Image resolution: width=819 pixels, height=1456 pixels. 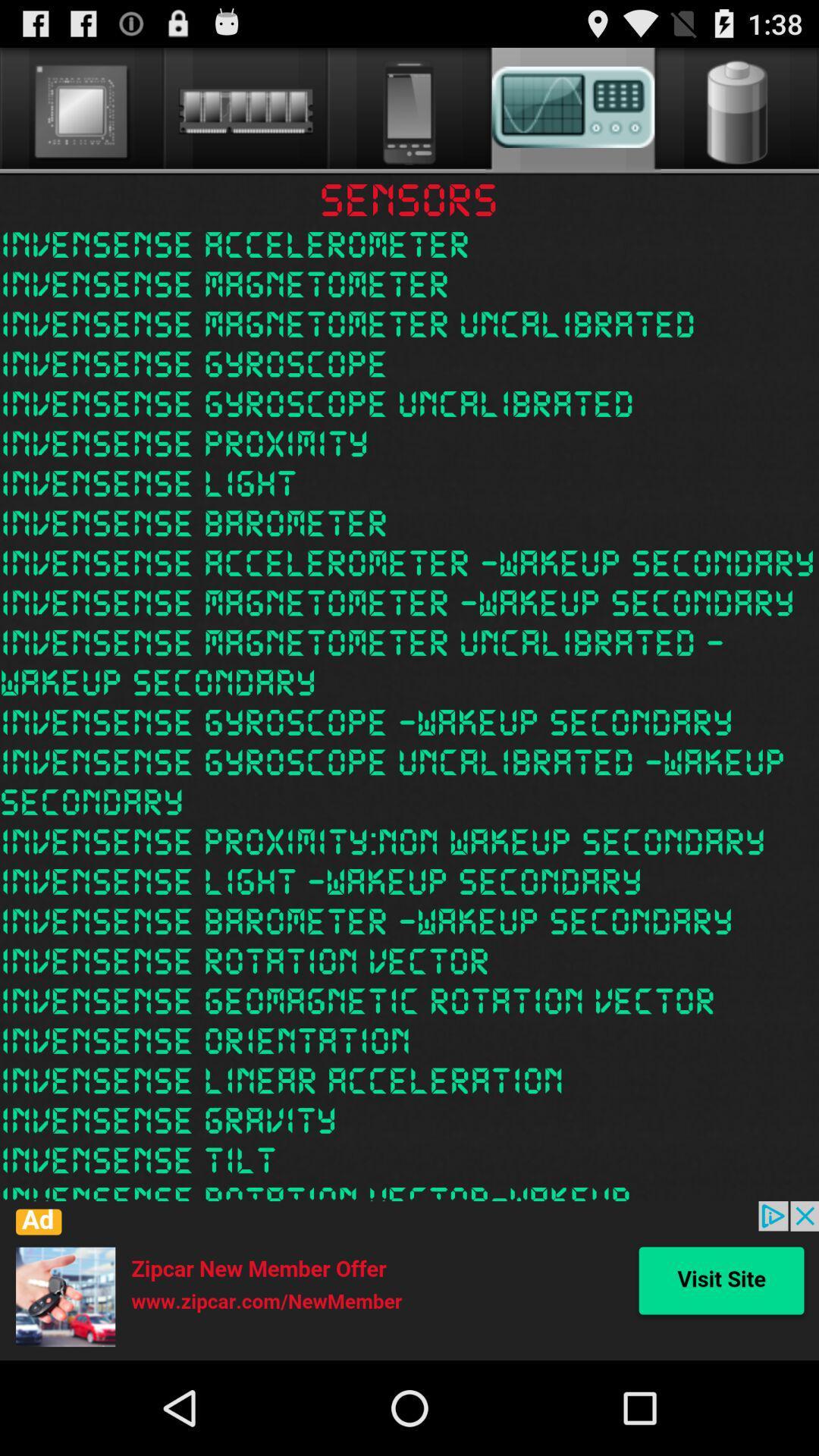 What do you see at coordinates (409, 1280) in the screenshot?
I see `advertising advertisement` at bounding box center [409, 1280].